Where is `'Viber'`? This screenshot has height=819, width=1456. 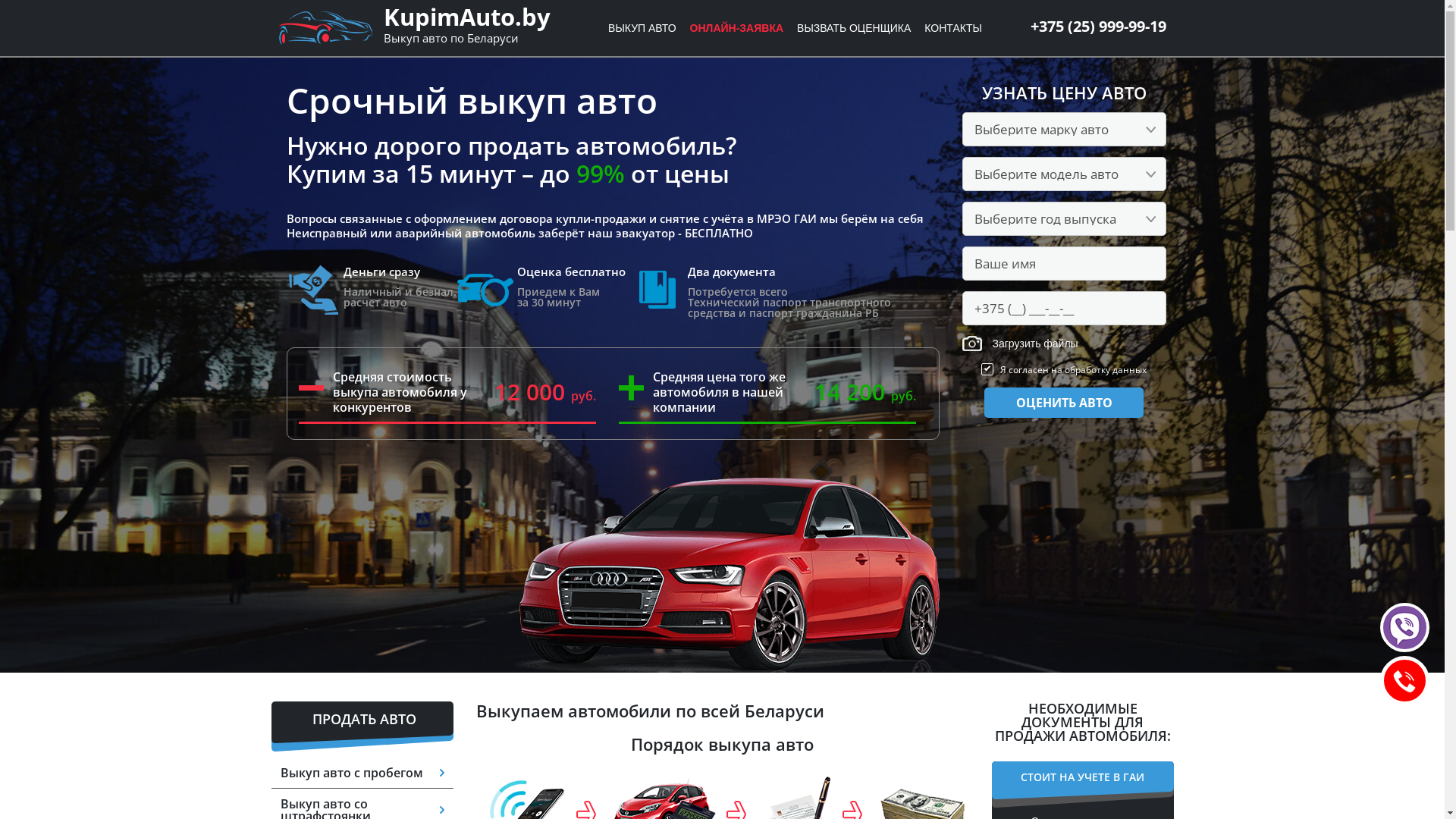 'Viber' is located at coordinates (1404, 627).